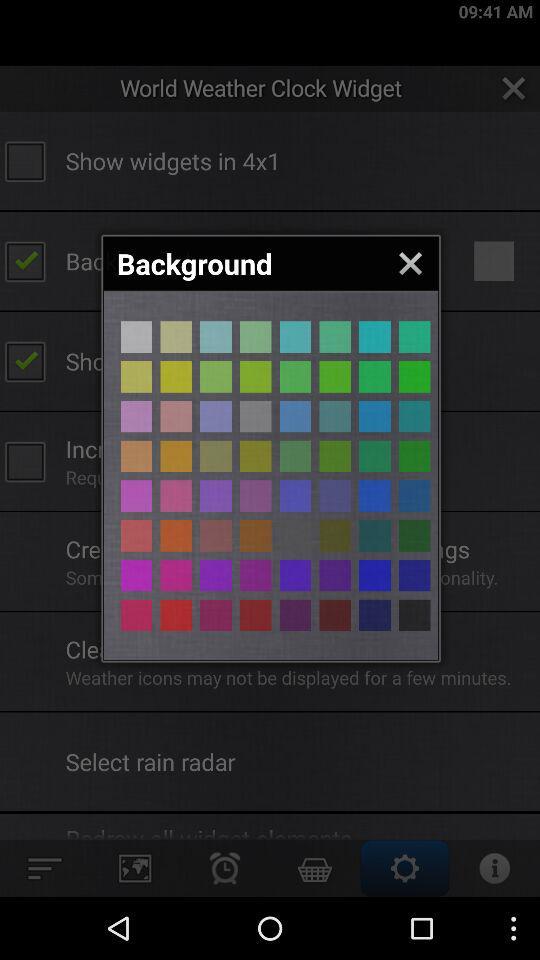 The image size is (540, 960). What do you see at coordinates (255, 415) in the screenshot?
I see `color` at bounding box center [255, 415].